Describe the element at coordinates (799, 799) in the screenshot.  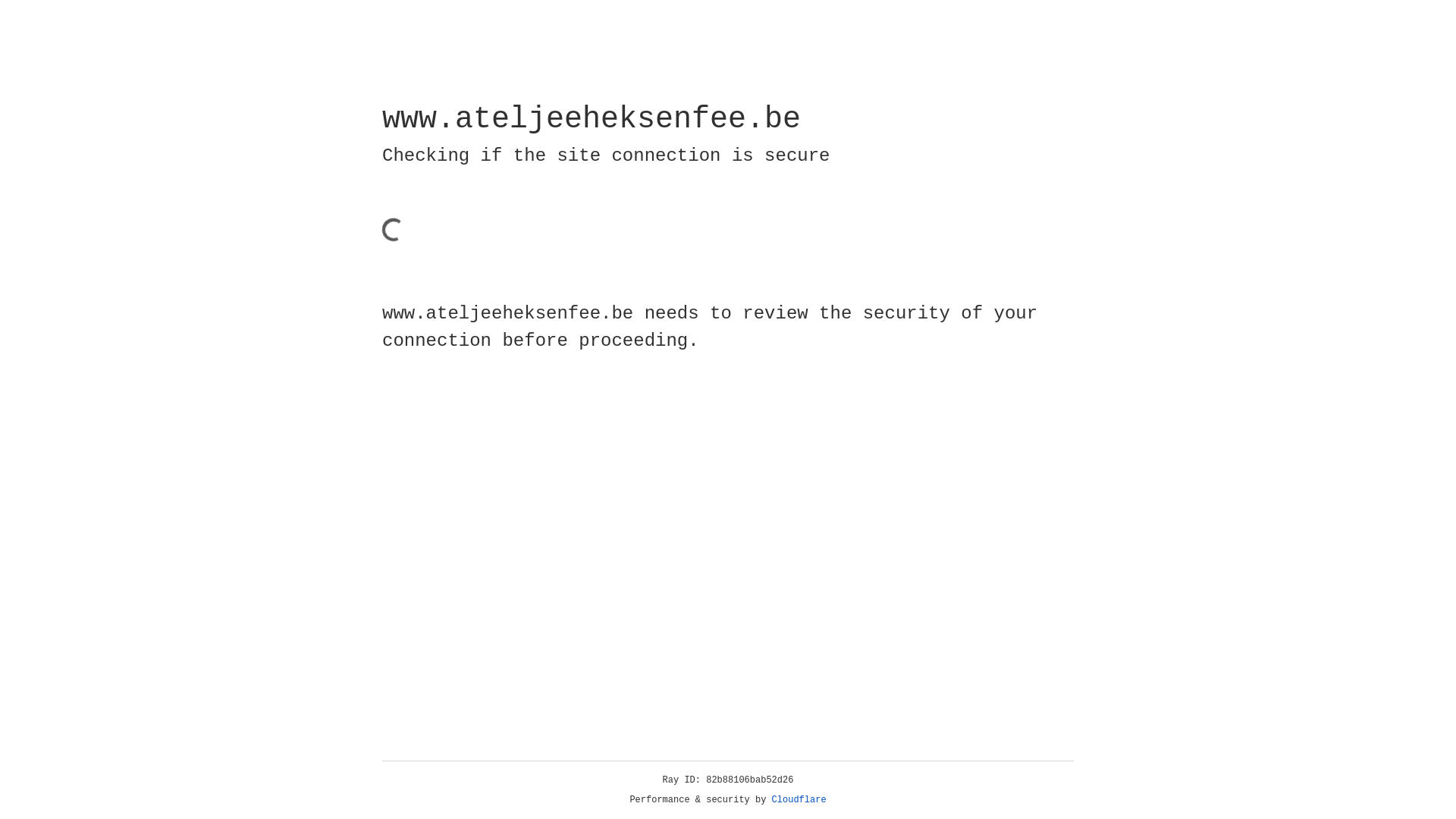
I see `'Cloudflare'` at that location.